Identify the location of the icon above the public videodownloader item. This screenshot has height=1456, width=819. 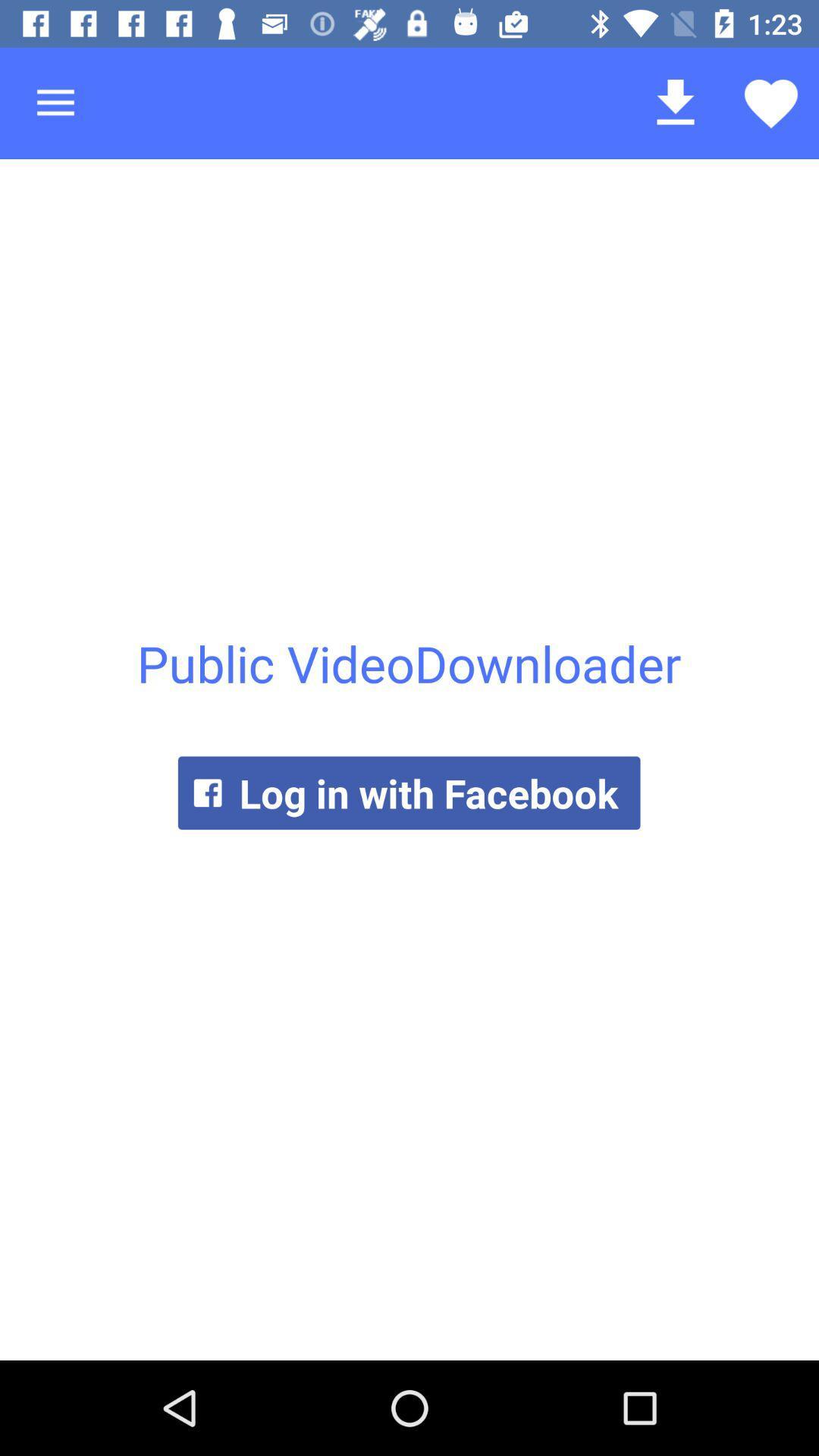
(771, 102).